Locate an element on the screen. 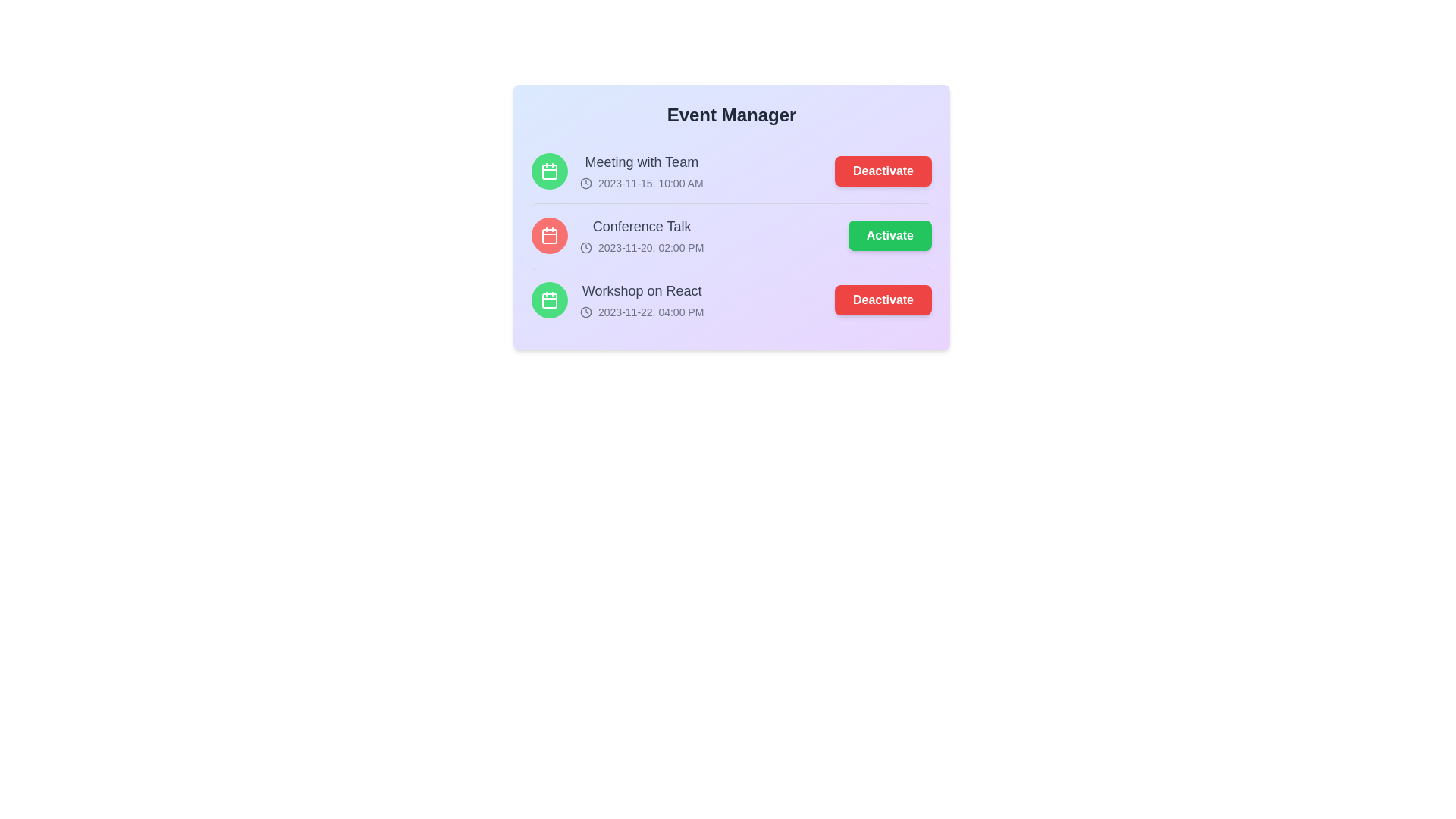 This screenshot has width=1456, height=819. the list item corresponding to Workshop on React is located at coordinates (731, 300).